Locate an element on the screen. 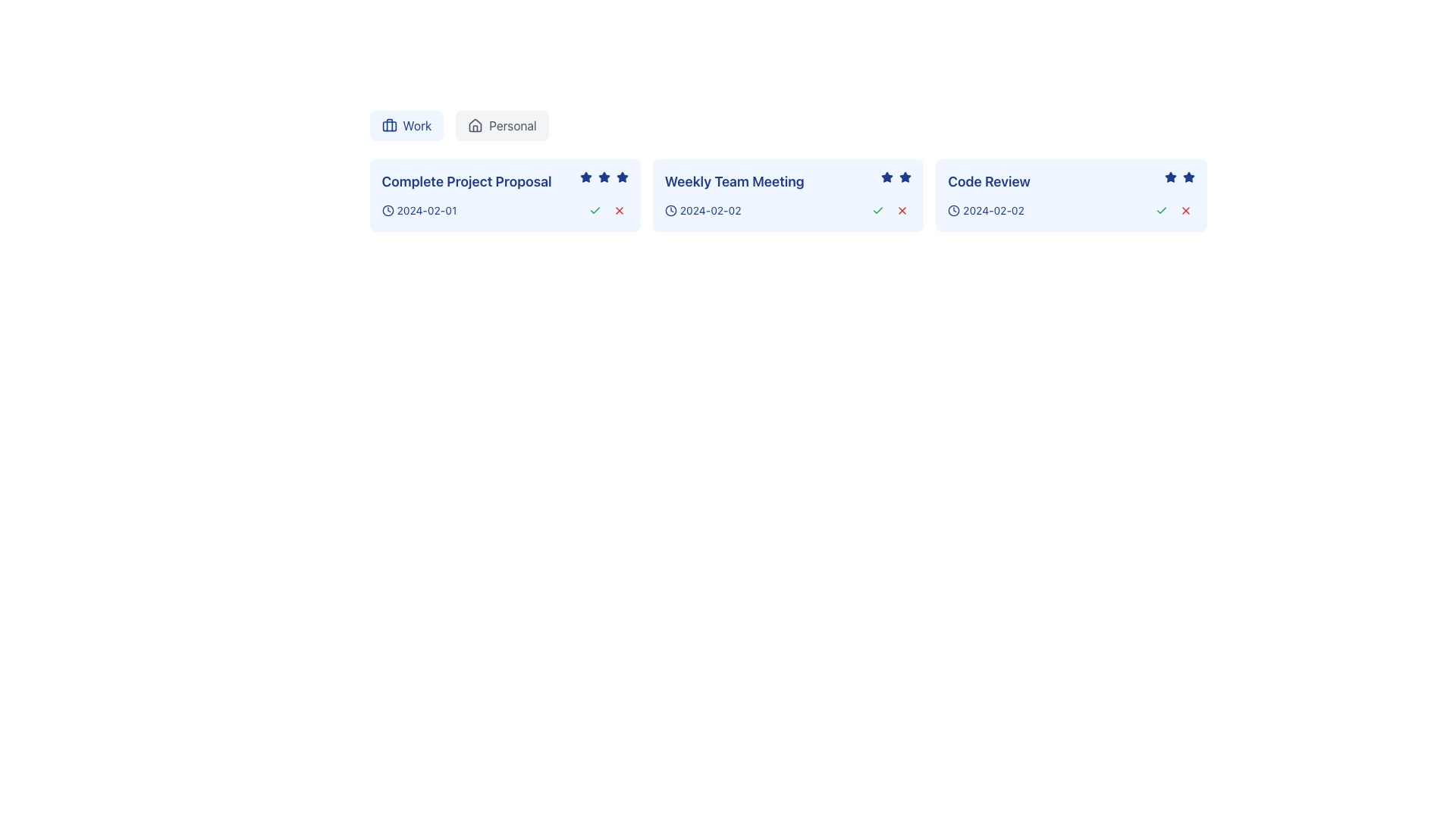 The height and width of the screenshot is (819, 1456). the first star icon, which is a bold, filled blue star located at the upper-right corner of the 'Complete Project Proposal' card, to mark it as favorite is located at coordinates (585, 177).